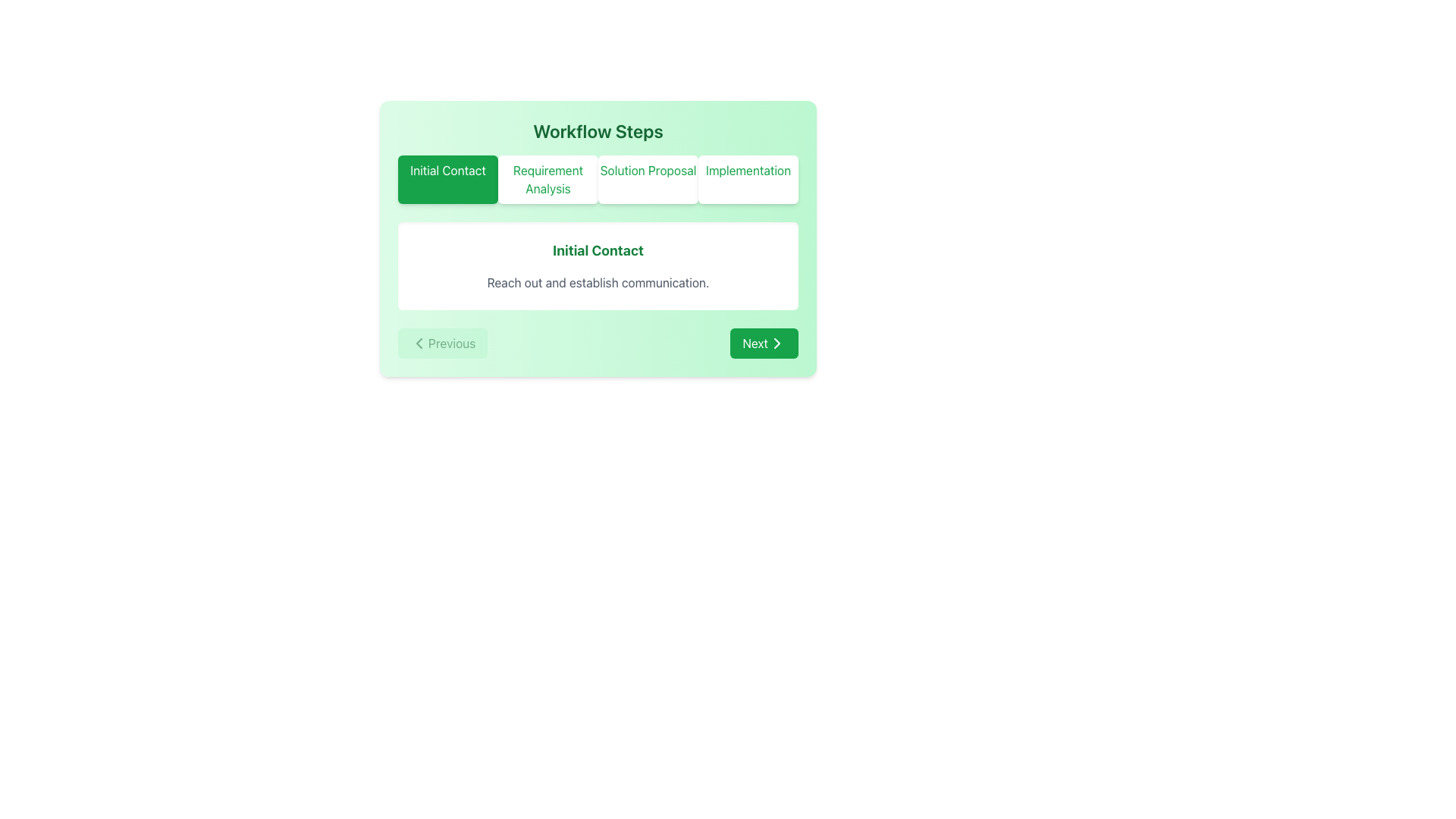 This screenshot has width=1456, height=819. Describe the element at coordinates (548, 178) in the screenshot. I see `the 'Requirement Analysis' button in the Workflow Steps section` at that location.